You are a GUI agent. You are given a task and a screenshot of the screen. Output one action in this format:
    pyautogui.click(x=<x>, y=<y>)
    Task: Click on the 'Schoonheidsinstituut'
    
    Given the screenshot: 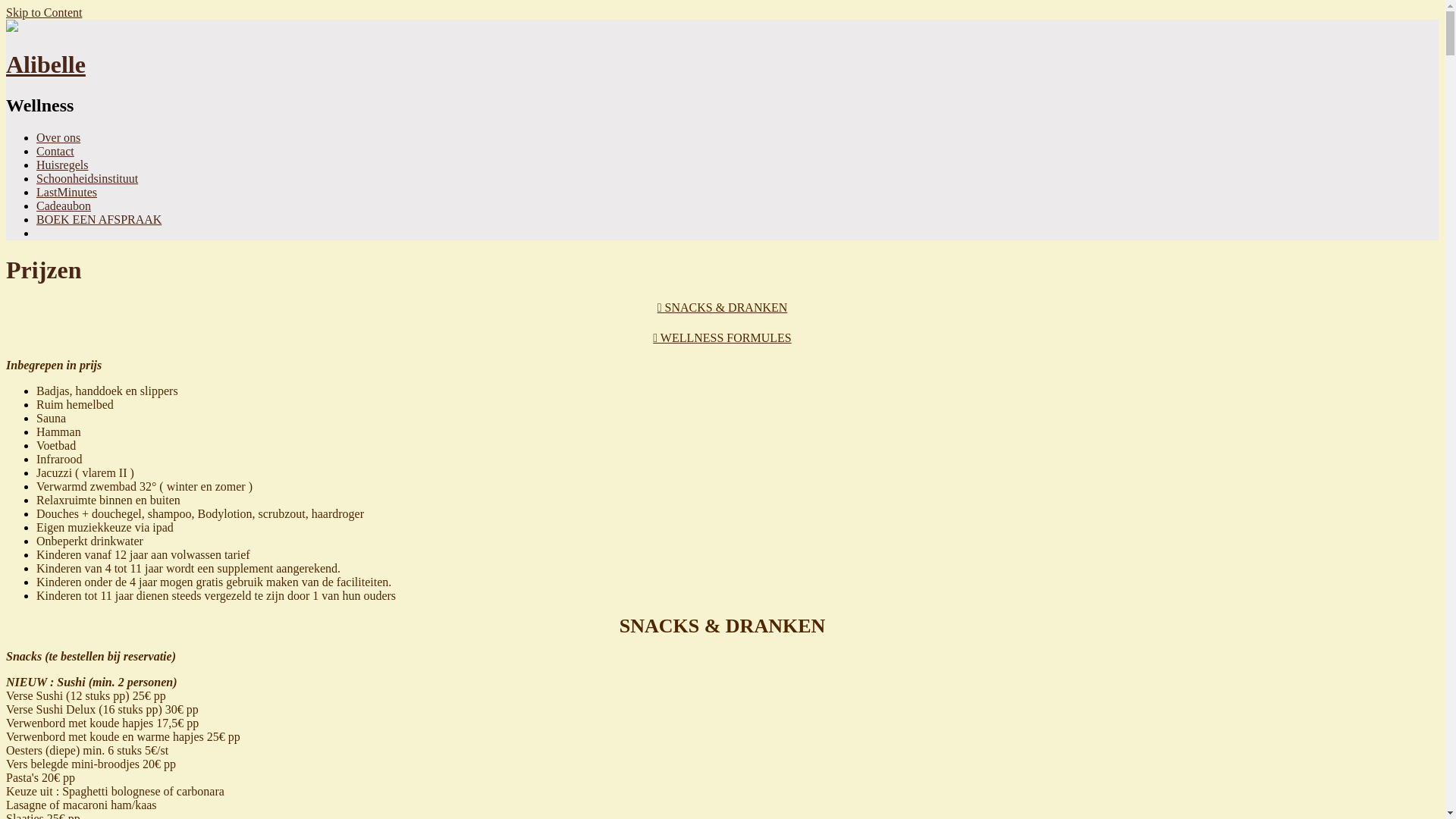 What is the action you would take?
    pyautogui.click(x=86, y=177)
    